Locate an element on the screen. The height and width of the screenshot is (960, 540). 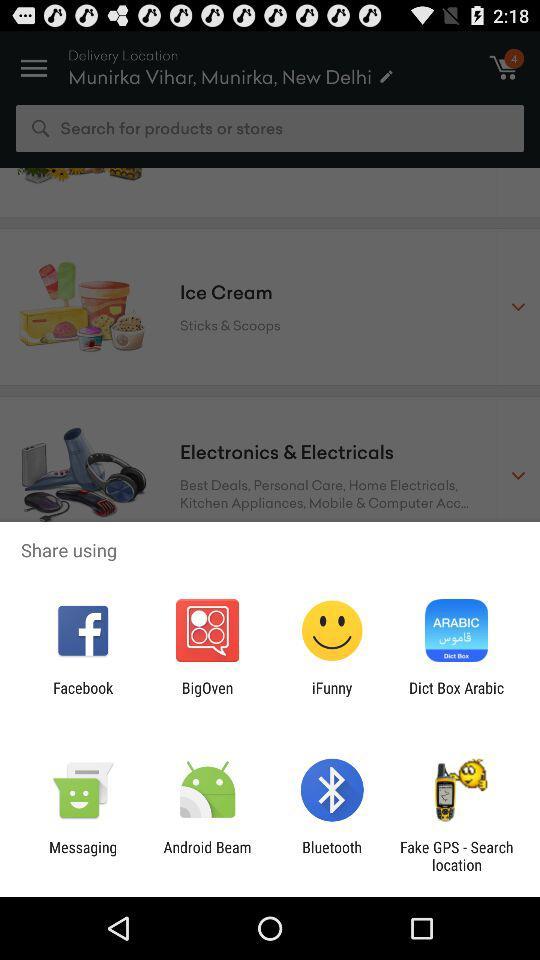
android beam is located at coordinates (206, 855).